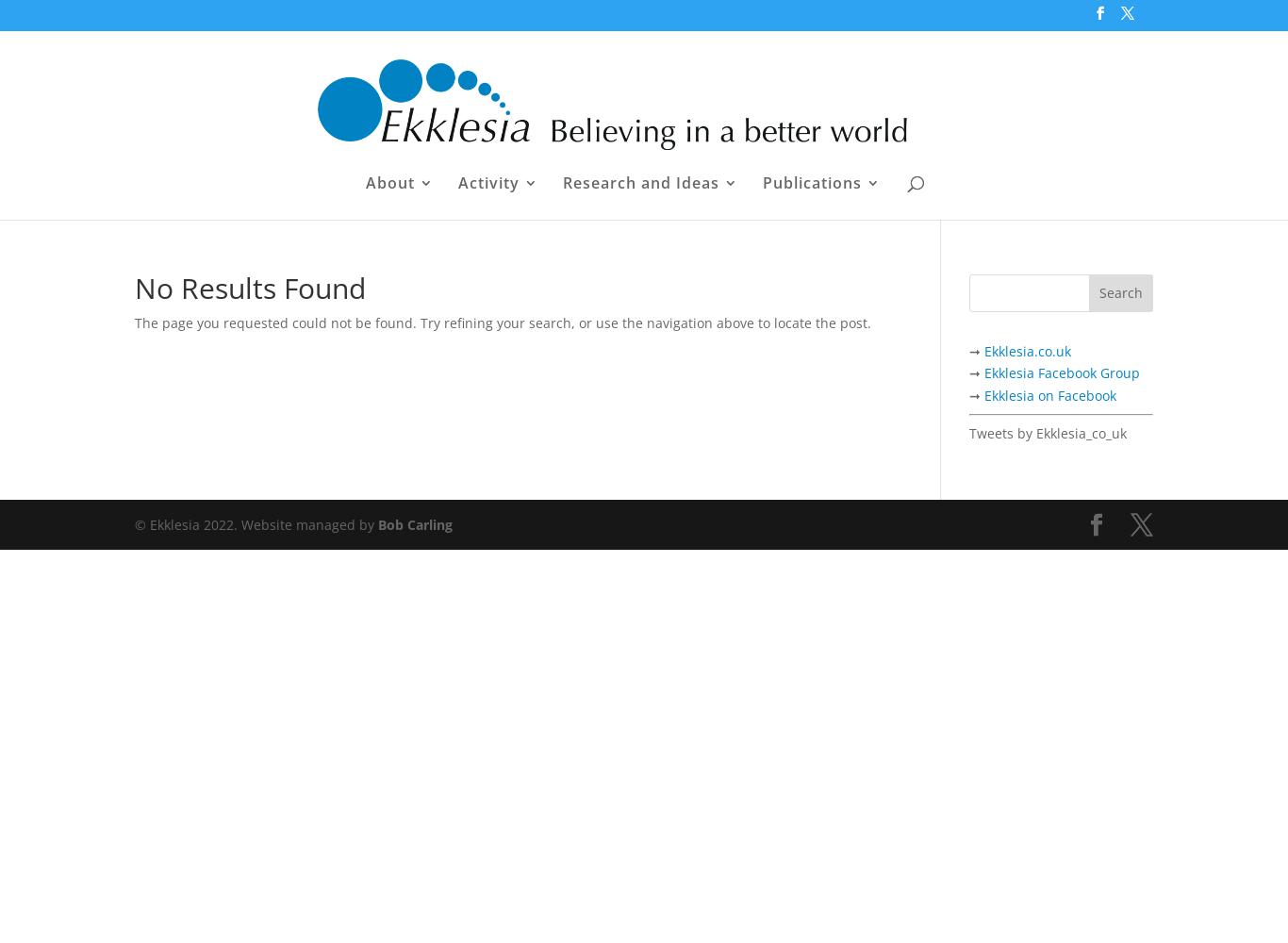 This screenshot has width=1288, height=943. Describe the element at coordinates (827, 296) in the screenshot. I see `'Papers'` at that location.